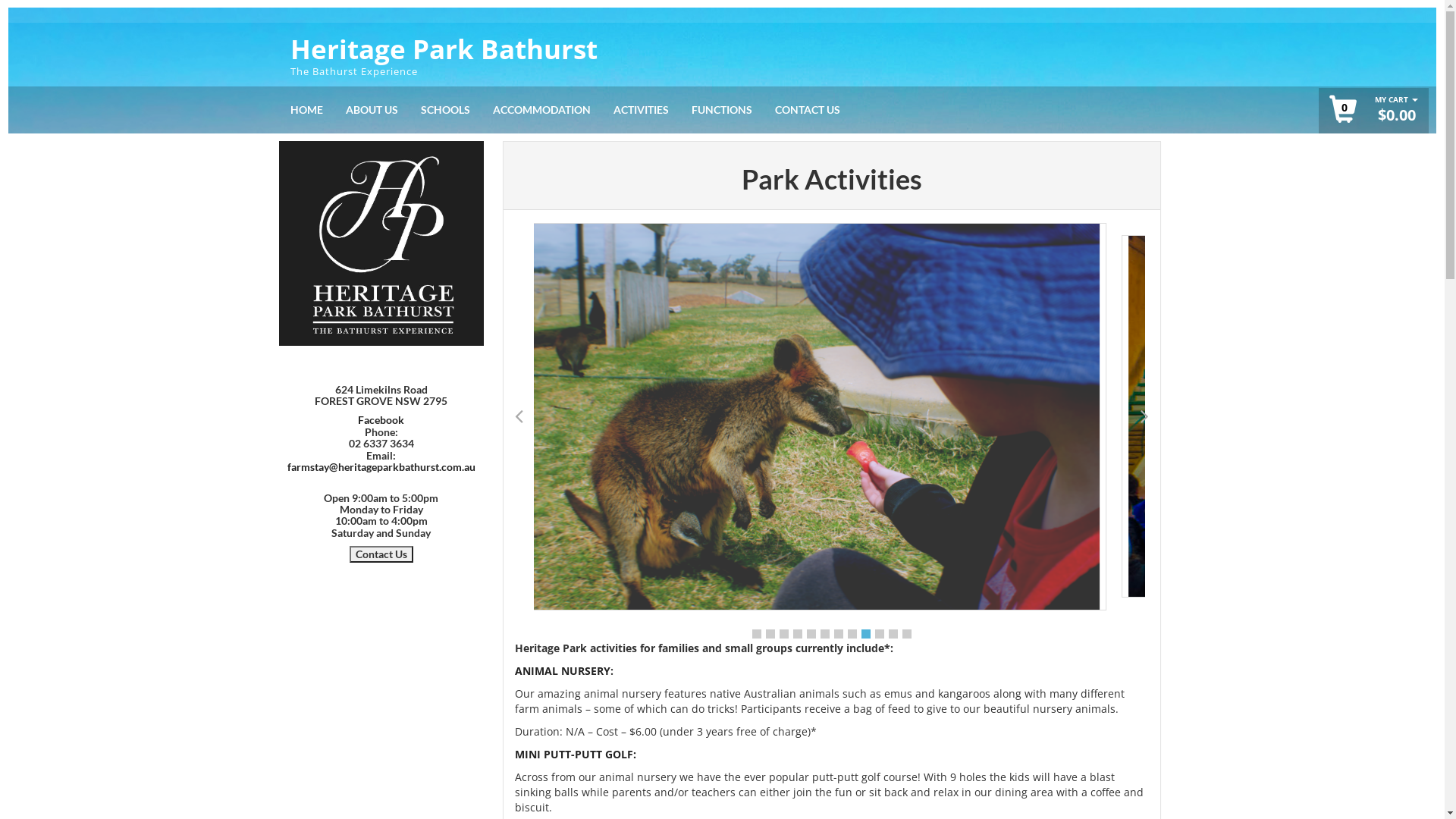 Image resolution: width=1456 pixels, height=819 pixels. Describe the element at coordinates (541, 109) in the screenshot. I see `'ACCOMMODATION'` at that location.